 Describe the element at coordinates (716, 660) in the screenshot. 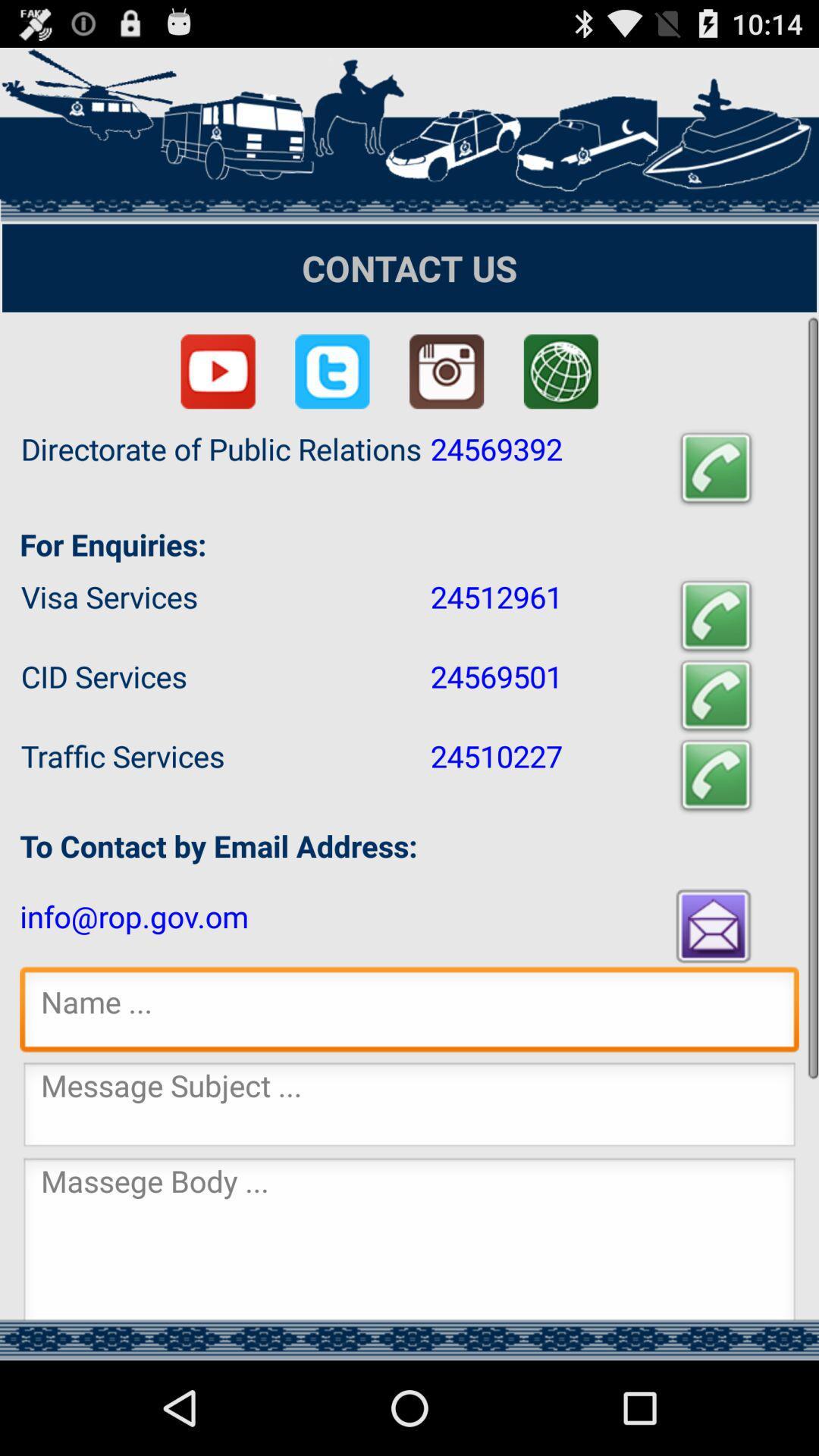

I see `the call icon` at that location.